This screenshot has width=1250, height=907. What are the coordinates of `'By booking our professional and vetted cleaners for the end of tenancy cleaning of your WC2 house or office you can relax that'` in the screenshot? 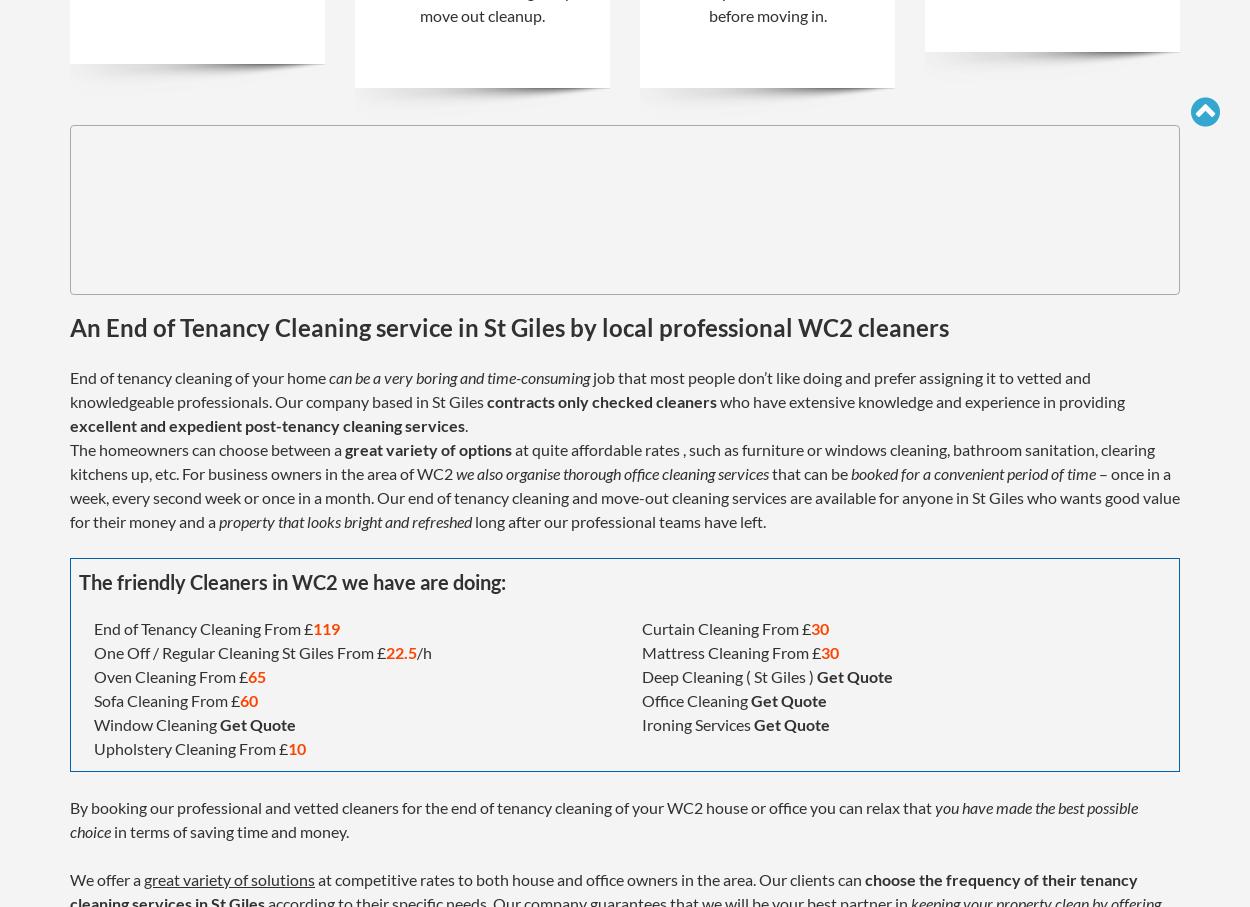 It's located at (69, 806).